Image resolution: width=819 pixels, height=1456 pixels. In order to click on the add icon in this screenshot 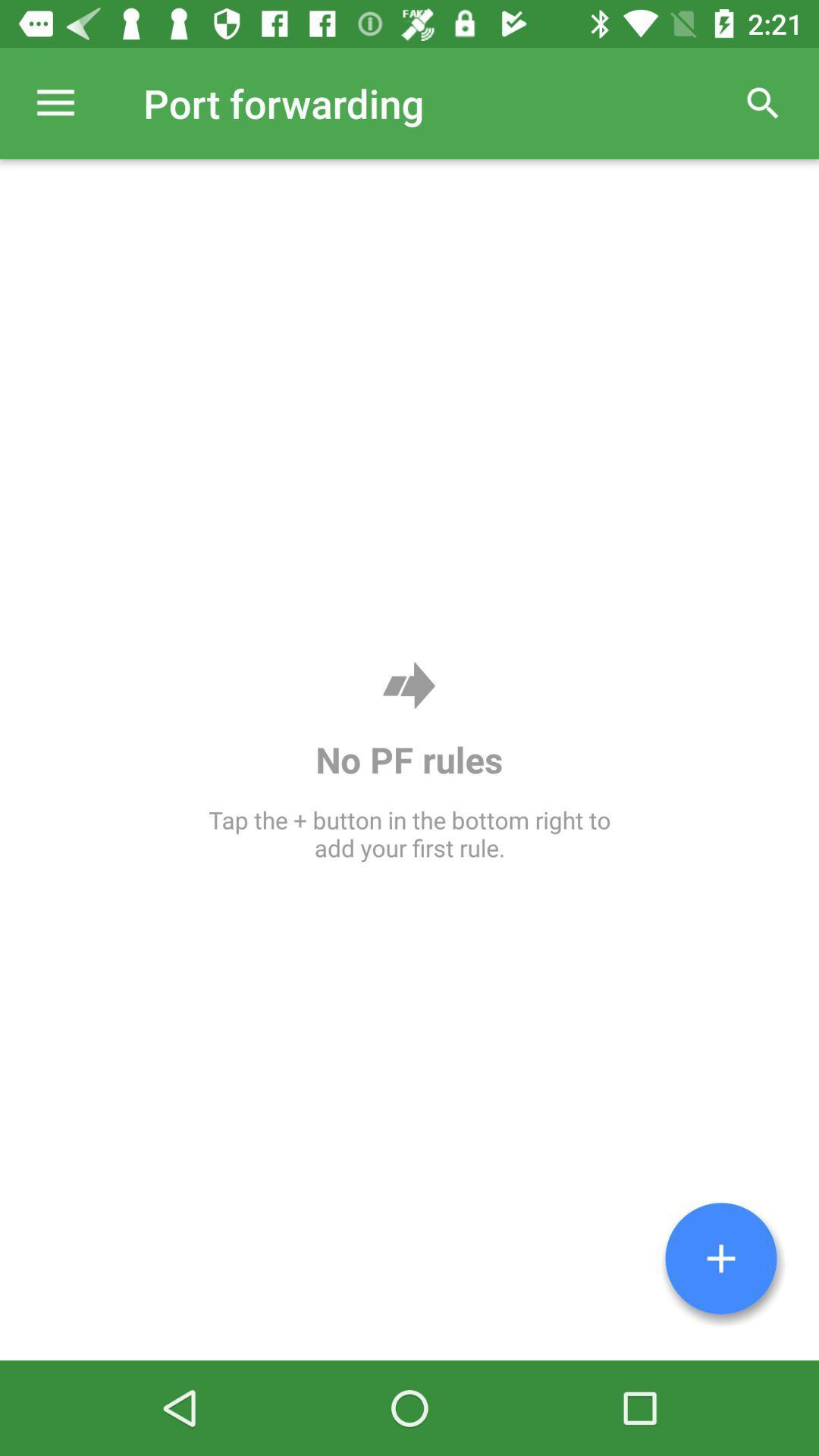, I will do `click(720, 1258)`.